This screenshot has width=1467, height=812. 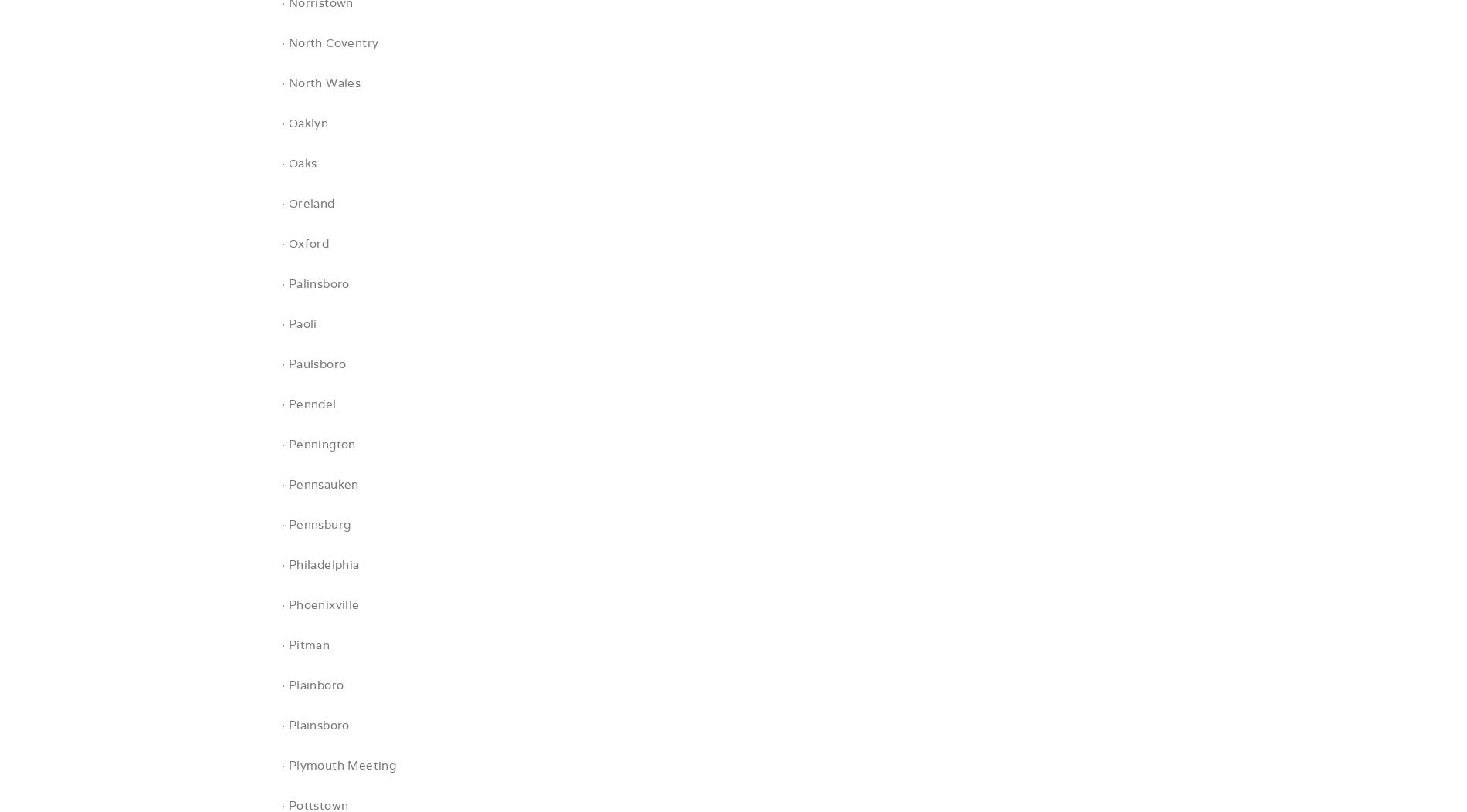 I want to click on '· Pennington', so click(x=317, y=443).